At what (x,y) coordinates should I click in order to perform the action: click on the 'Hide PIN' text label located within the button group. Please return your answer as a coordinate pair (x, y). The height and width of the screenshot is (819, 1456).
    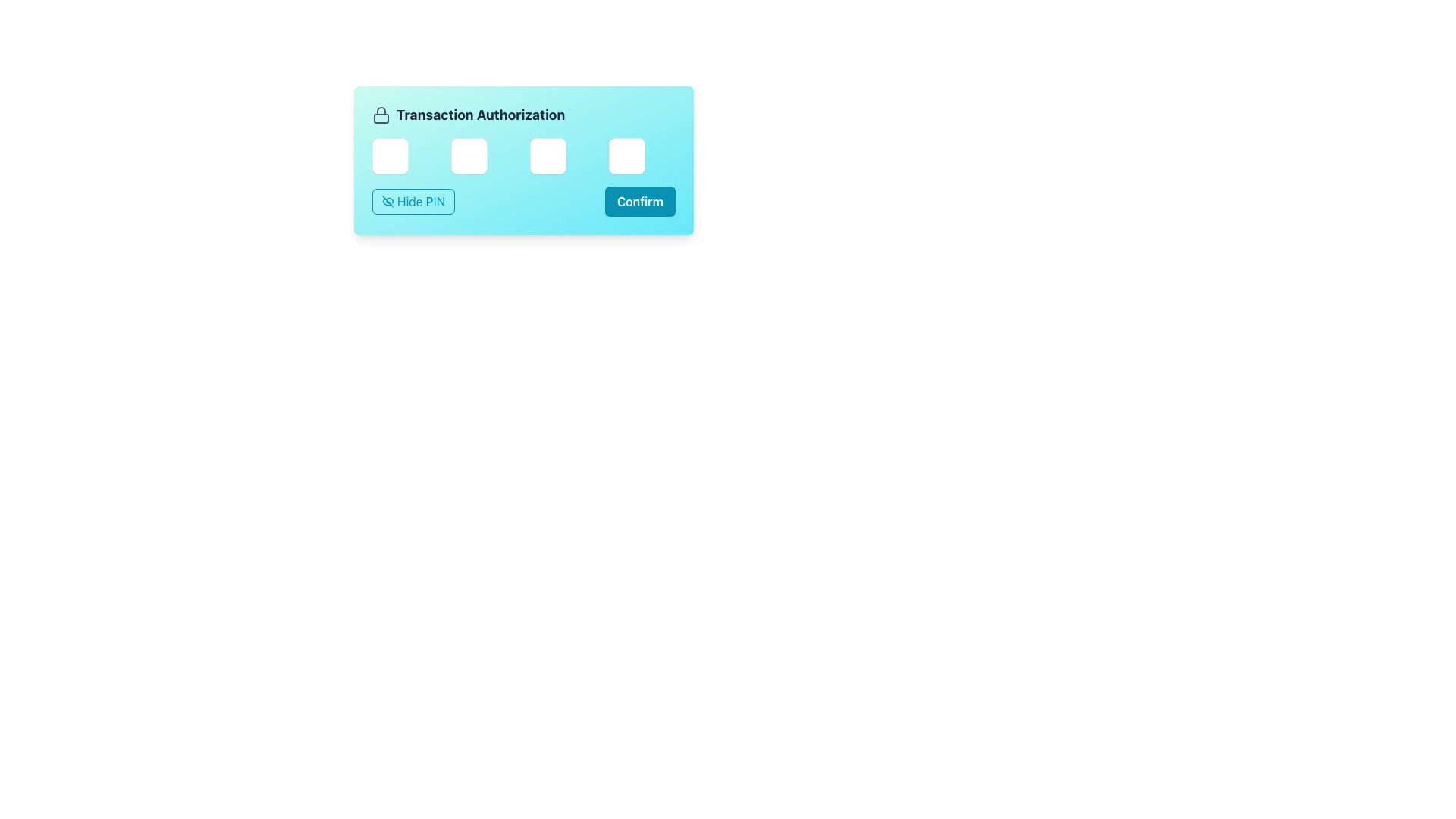
    Looking at the image, I should click on (421, 201).